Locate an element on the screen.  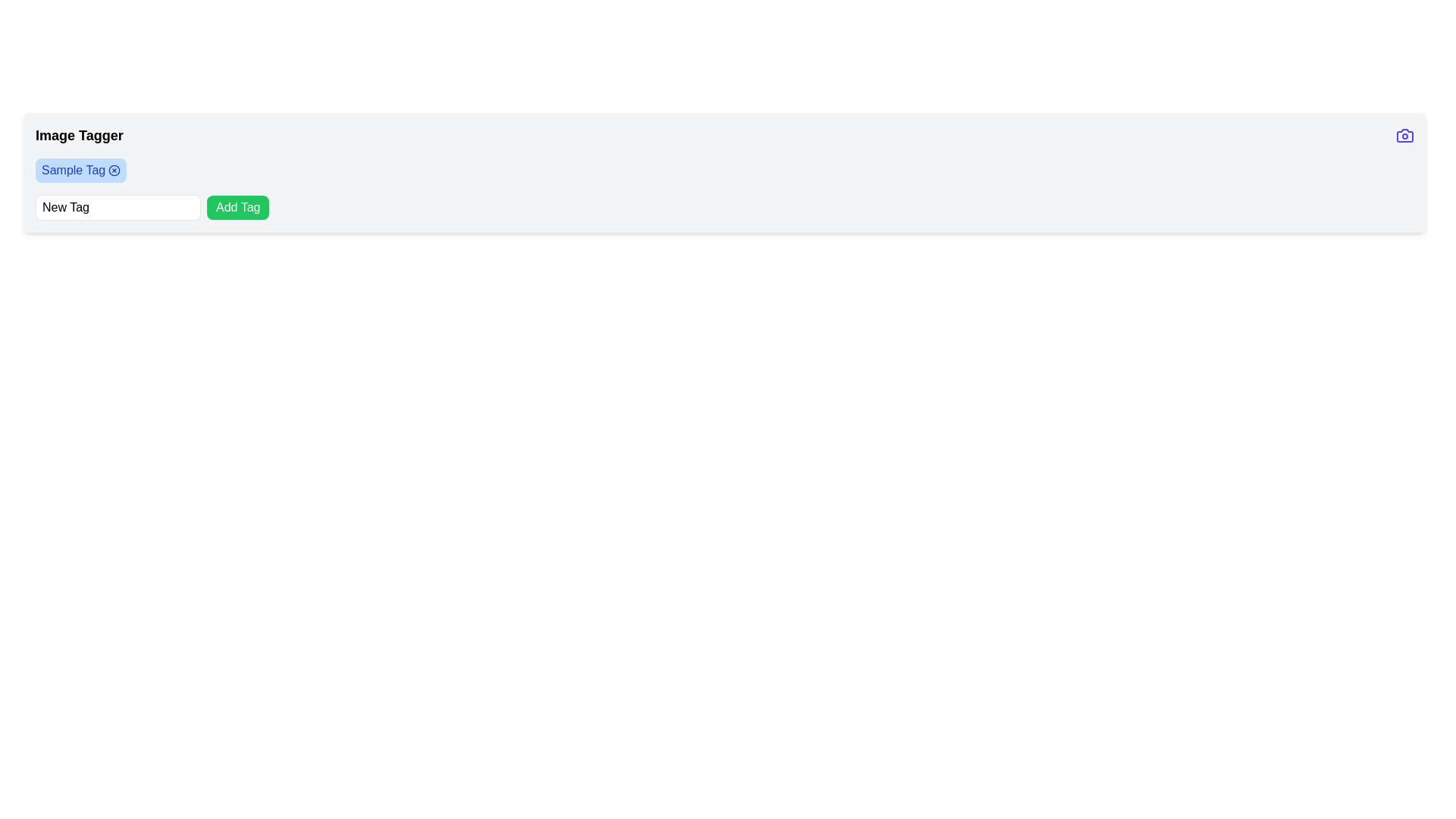
the 'Image Tagger' header is located at coordinates (78, 134).